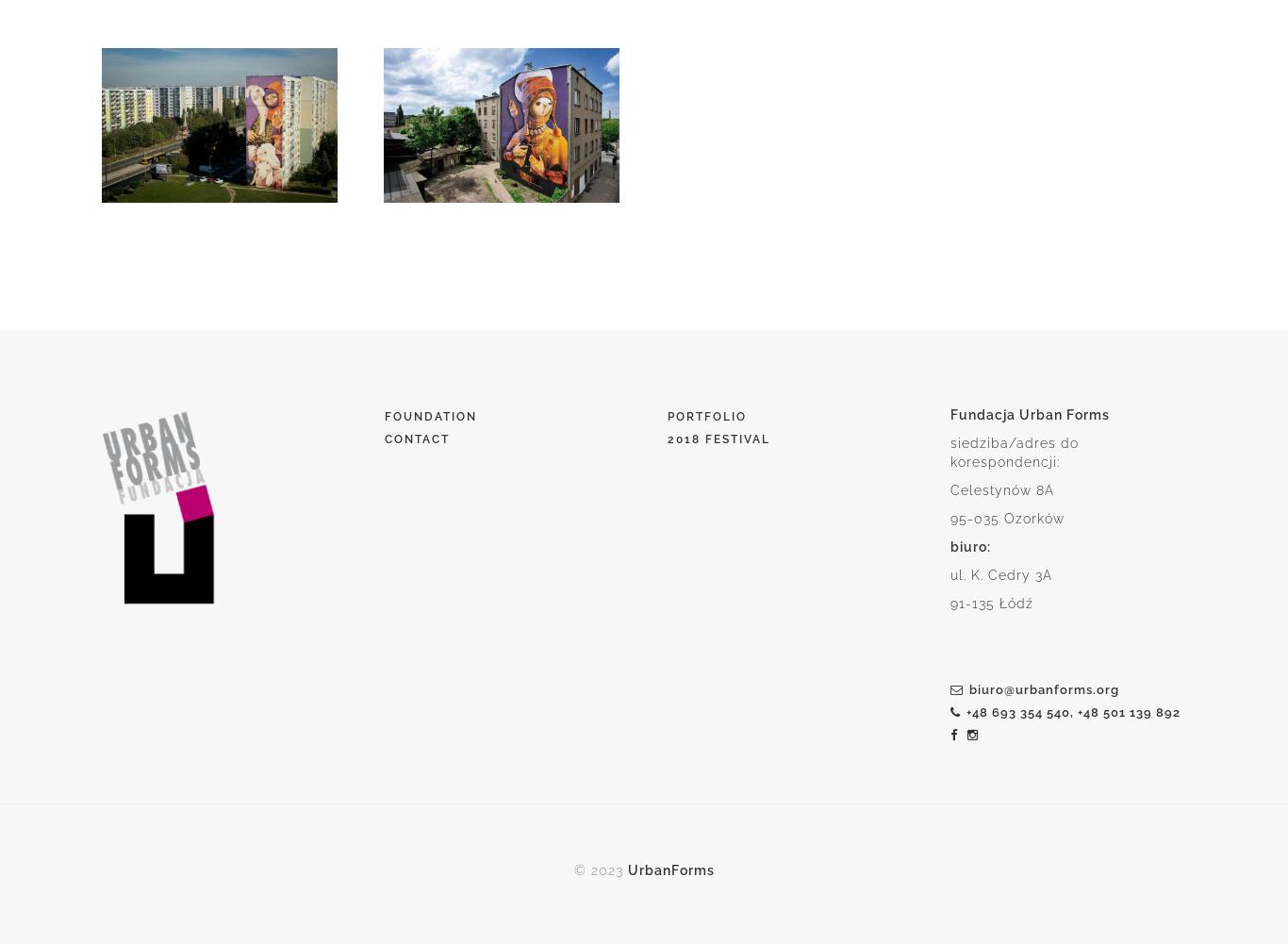 The width and height of the screenshot is (1288, 944). Describe the element at coordinates (494, 246) in the screenshot. I see `'Święty wojownik'` at that location.